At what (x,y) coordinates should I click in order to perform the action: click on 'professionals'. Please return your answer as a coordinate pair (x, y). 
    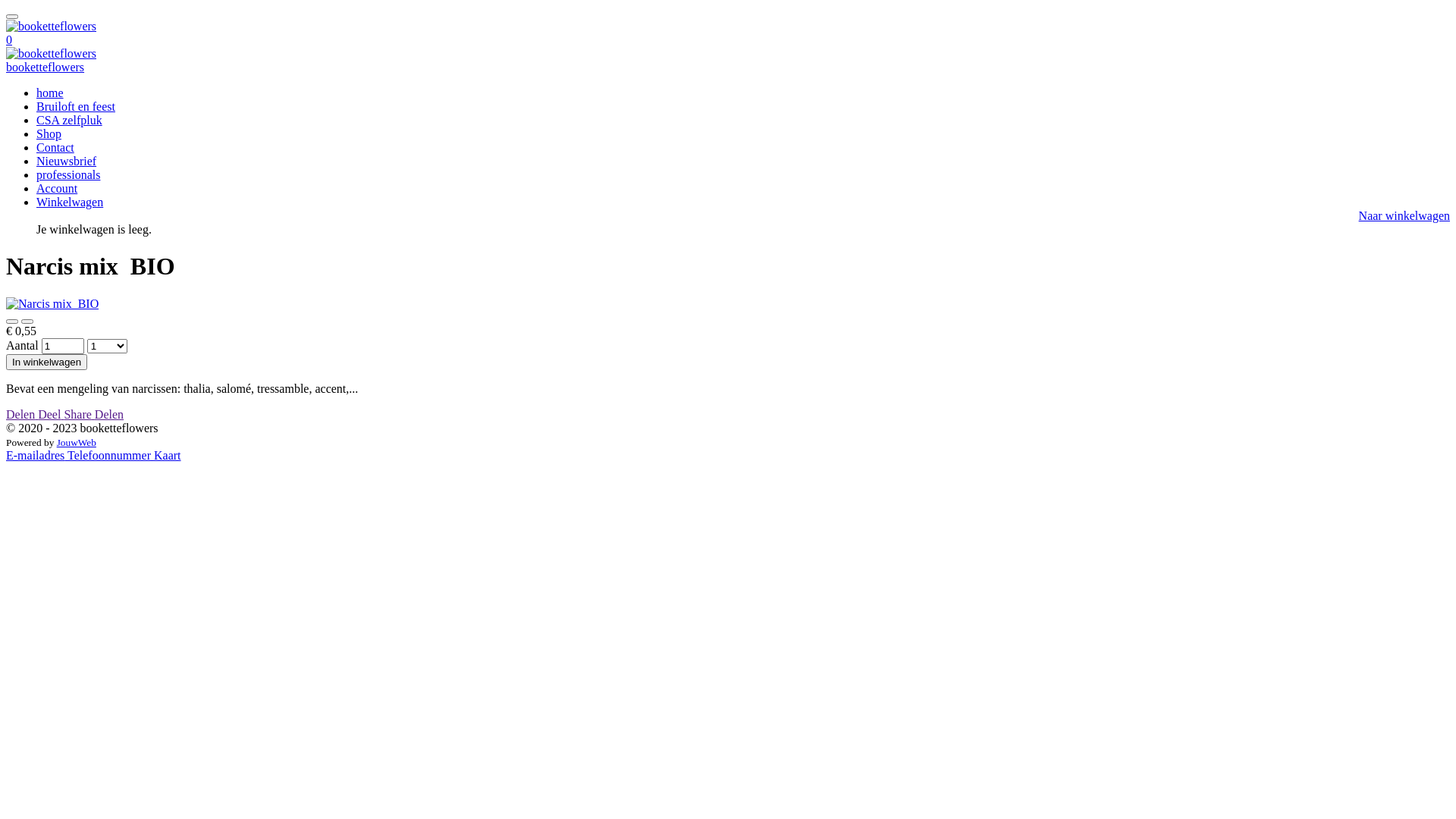
    Looking at the image, I should click on (67, 174).